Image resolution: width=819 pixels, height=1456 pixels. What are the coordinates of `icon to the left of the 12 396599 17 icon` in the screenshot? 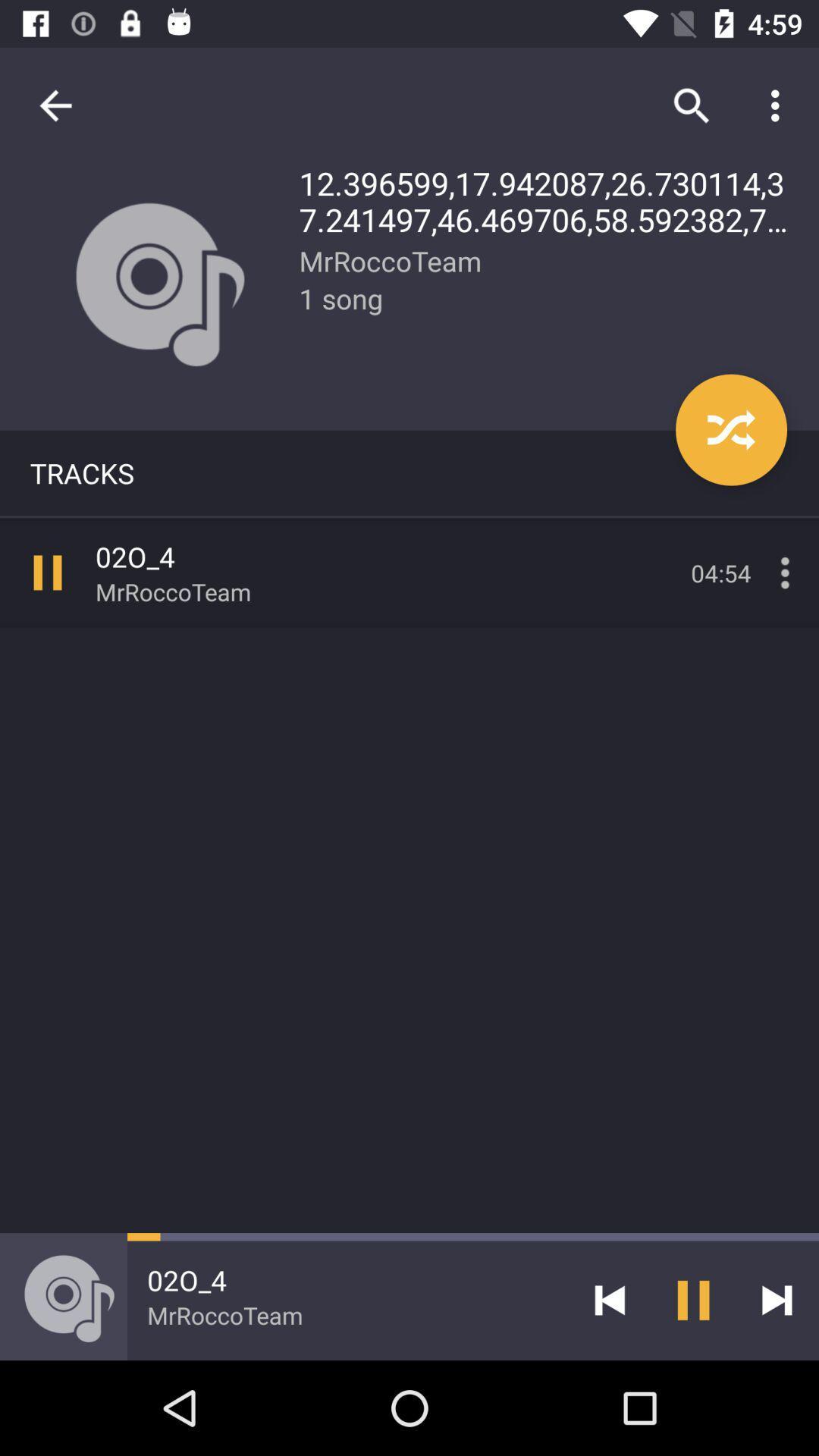 It's located at (55, 105).